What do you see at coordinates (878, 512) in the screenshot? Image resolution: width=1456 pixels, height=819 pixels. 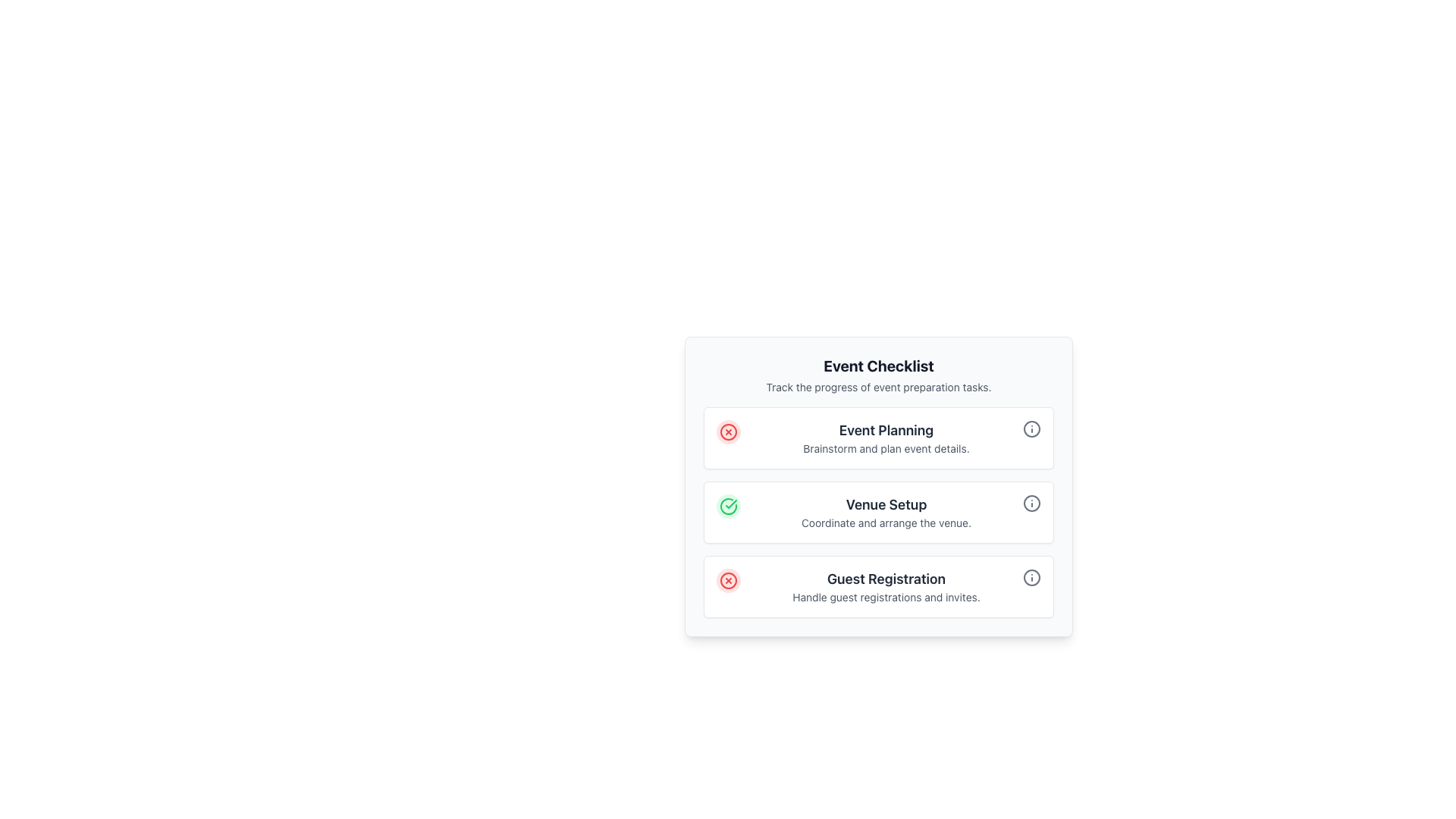 I see `the second informational list item titled 'Venue Setup'` at bounding box center [878, 512].